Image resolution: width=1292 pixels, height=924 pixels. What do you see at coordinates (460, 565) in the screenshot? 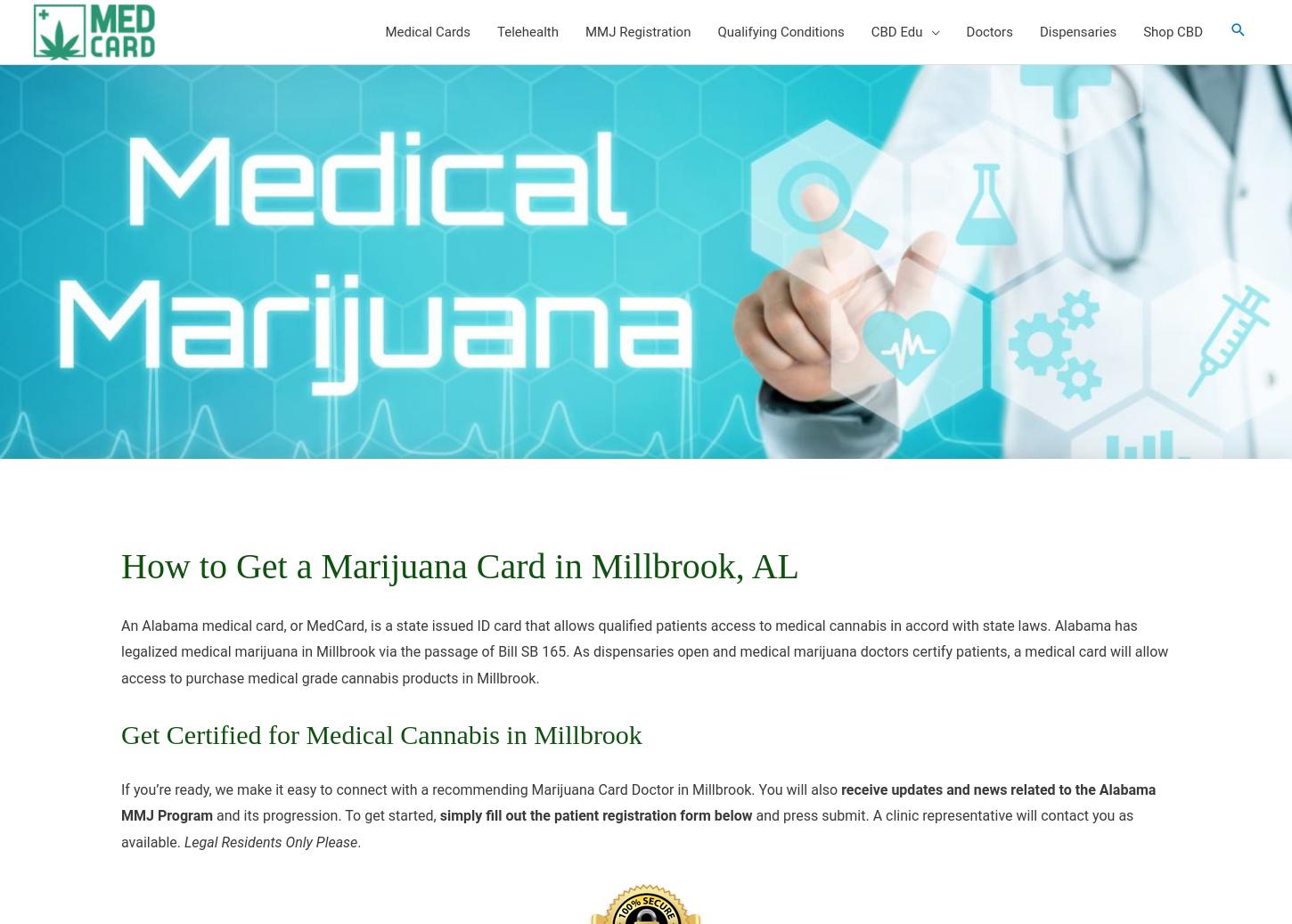
I see `'How to Get a Marijuana Card in Millbrook, AL'` at bounding box center [460, 565].